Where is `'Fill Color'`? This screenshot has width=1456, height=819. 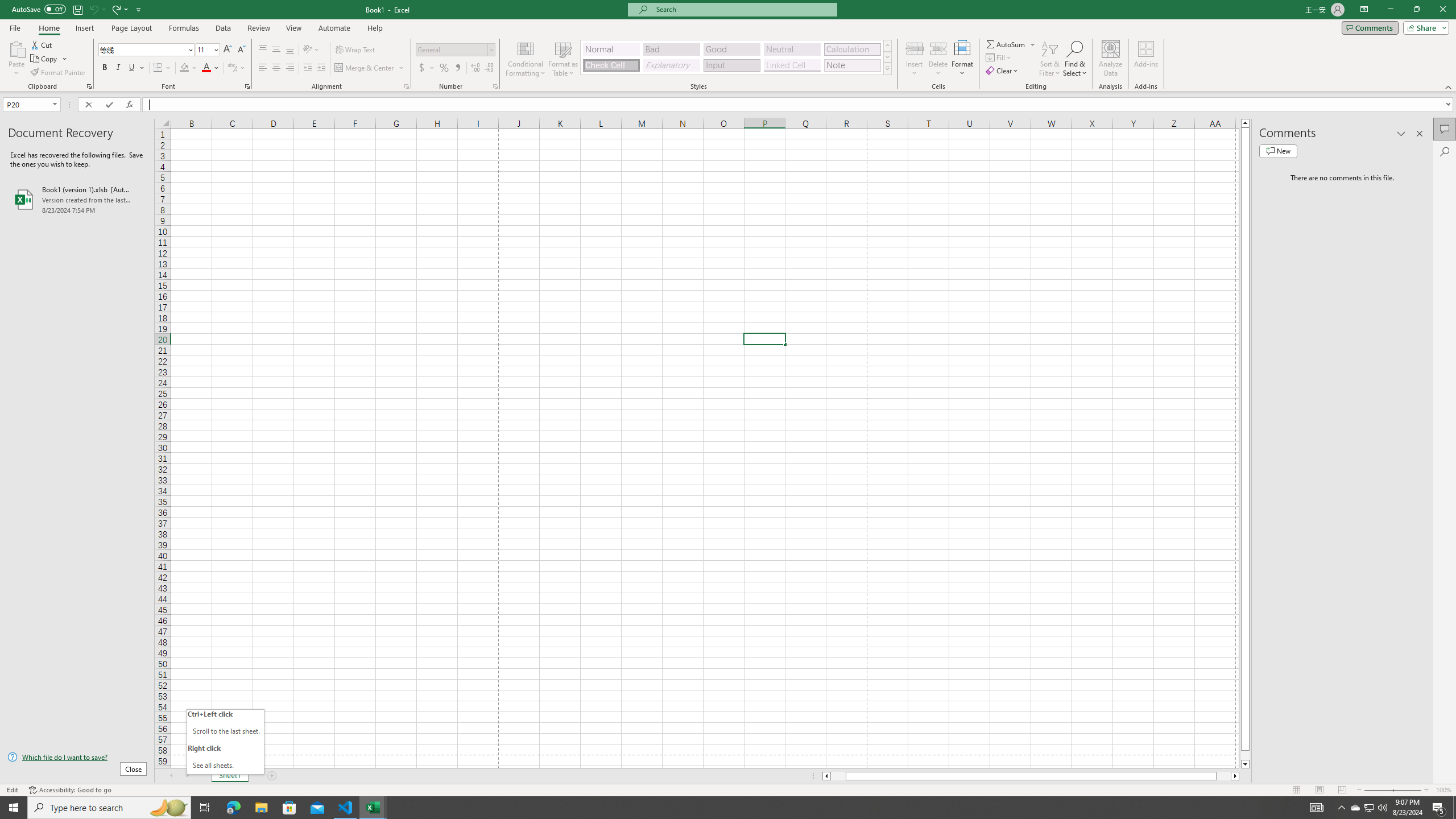
'Fill Color' is located at coordinates (188, 67).